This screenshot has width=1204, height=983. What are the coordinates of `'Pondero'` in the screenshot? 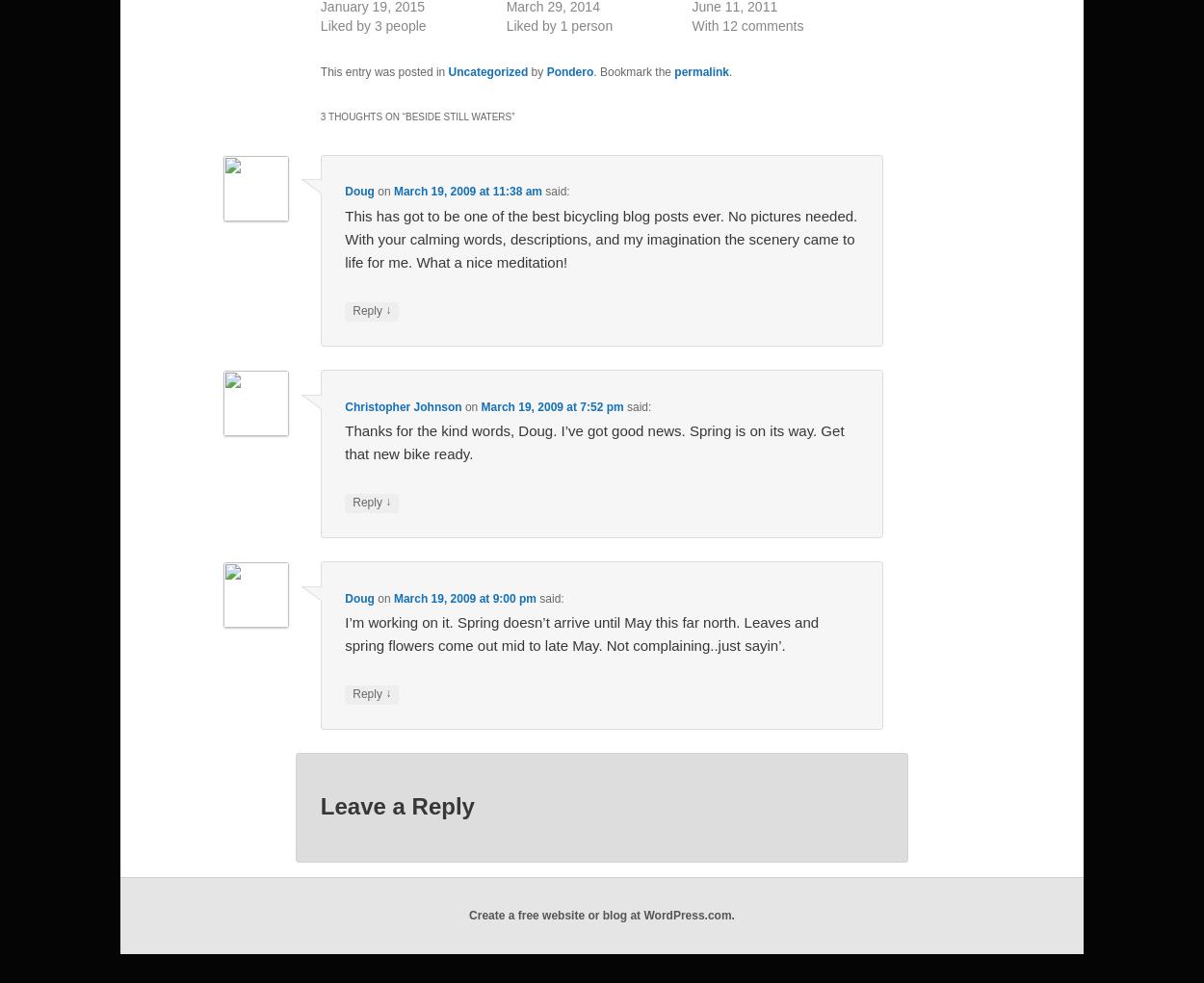 It's located at (545, 72).